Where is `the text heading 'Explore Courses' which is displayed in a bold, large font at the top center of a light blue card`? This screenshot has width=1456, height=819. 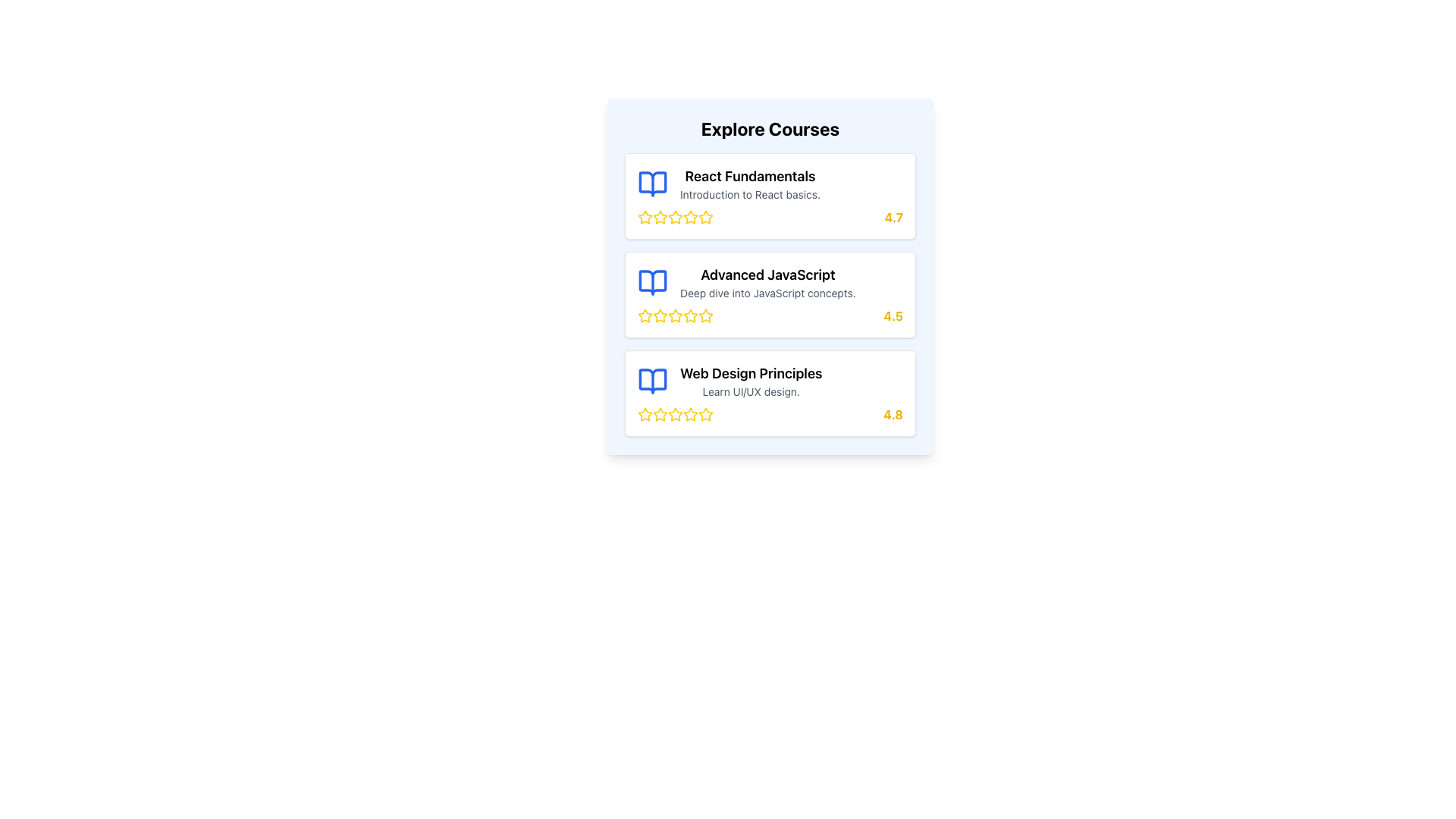
the text heading 'Explore Courses' which is displayed in a bold, large font at the top center of a light blue card is located at coordinates (770, 127).